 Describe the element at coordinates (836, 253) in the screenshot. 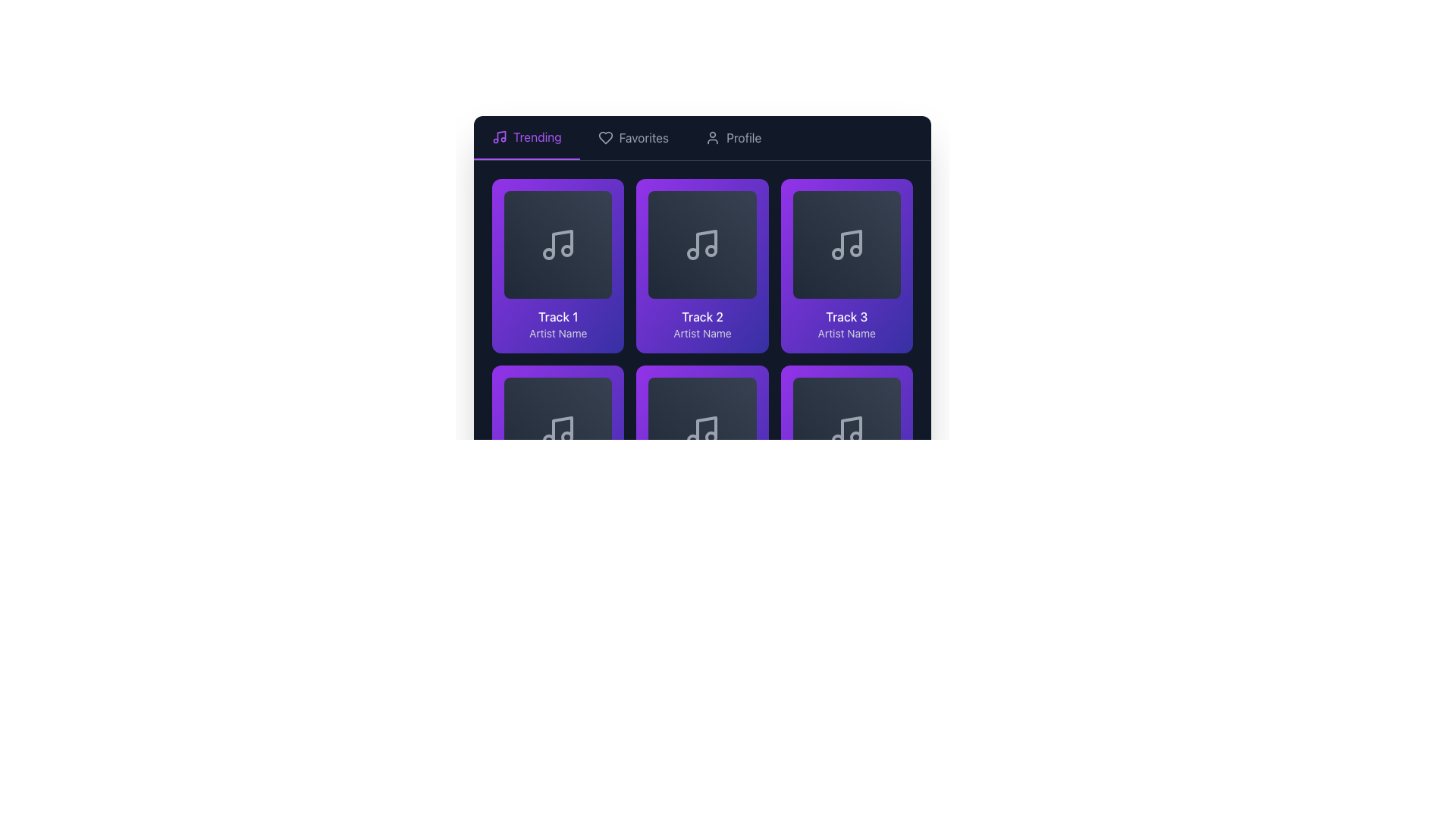

I see `the leftmost circular icon of the musical note within the card labeled 'Track 3' as part of the icon layout` at that location.